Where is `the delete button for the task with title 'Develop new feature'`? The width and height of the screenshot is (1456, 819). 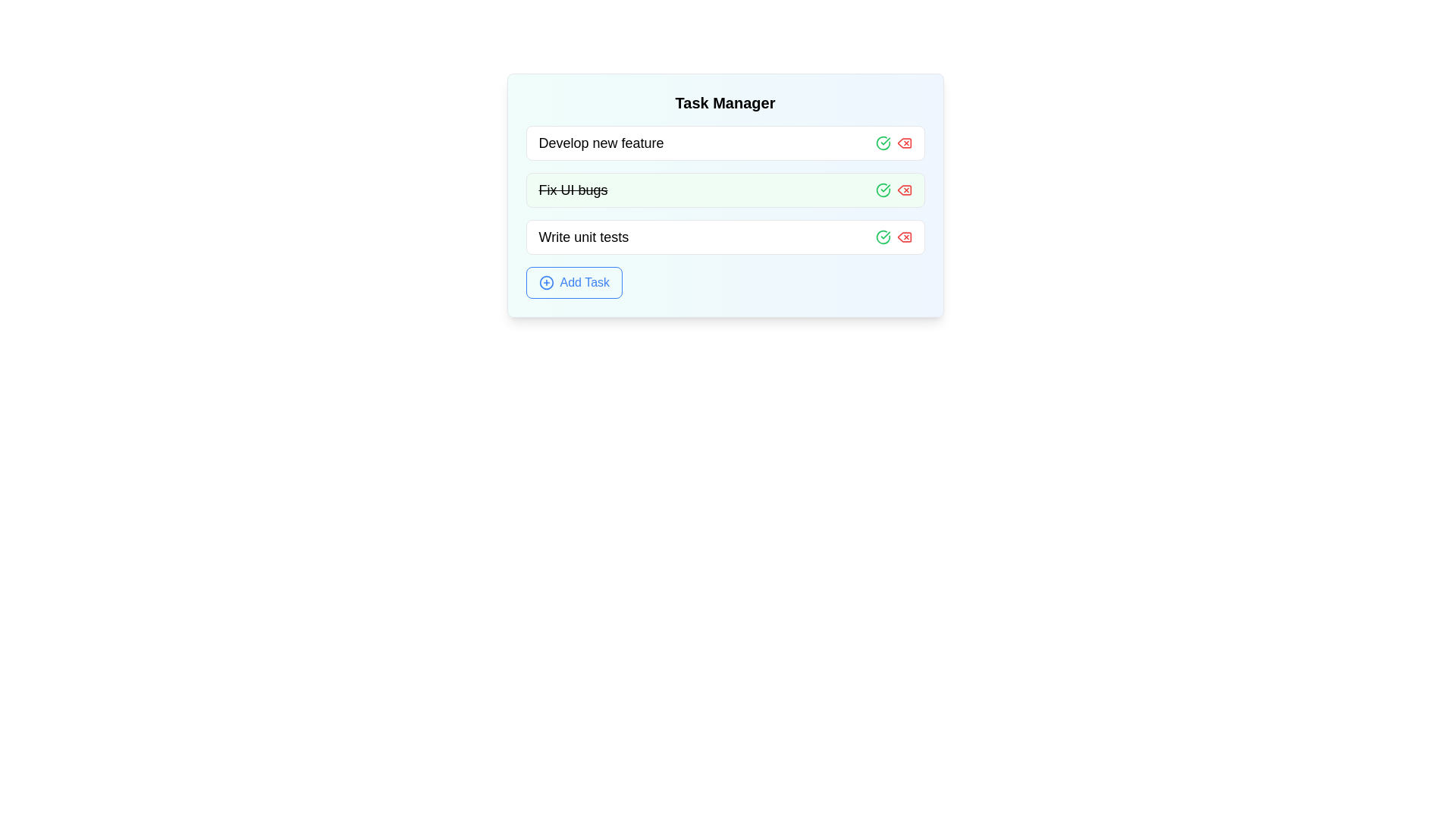 the delete button for the task with title 'Develop new feature' is located at coordinates (904, 143).